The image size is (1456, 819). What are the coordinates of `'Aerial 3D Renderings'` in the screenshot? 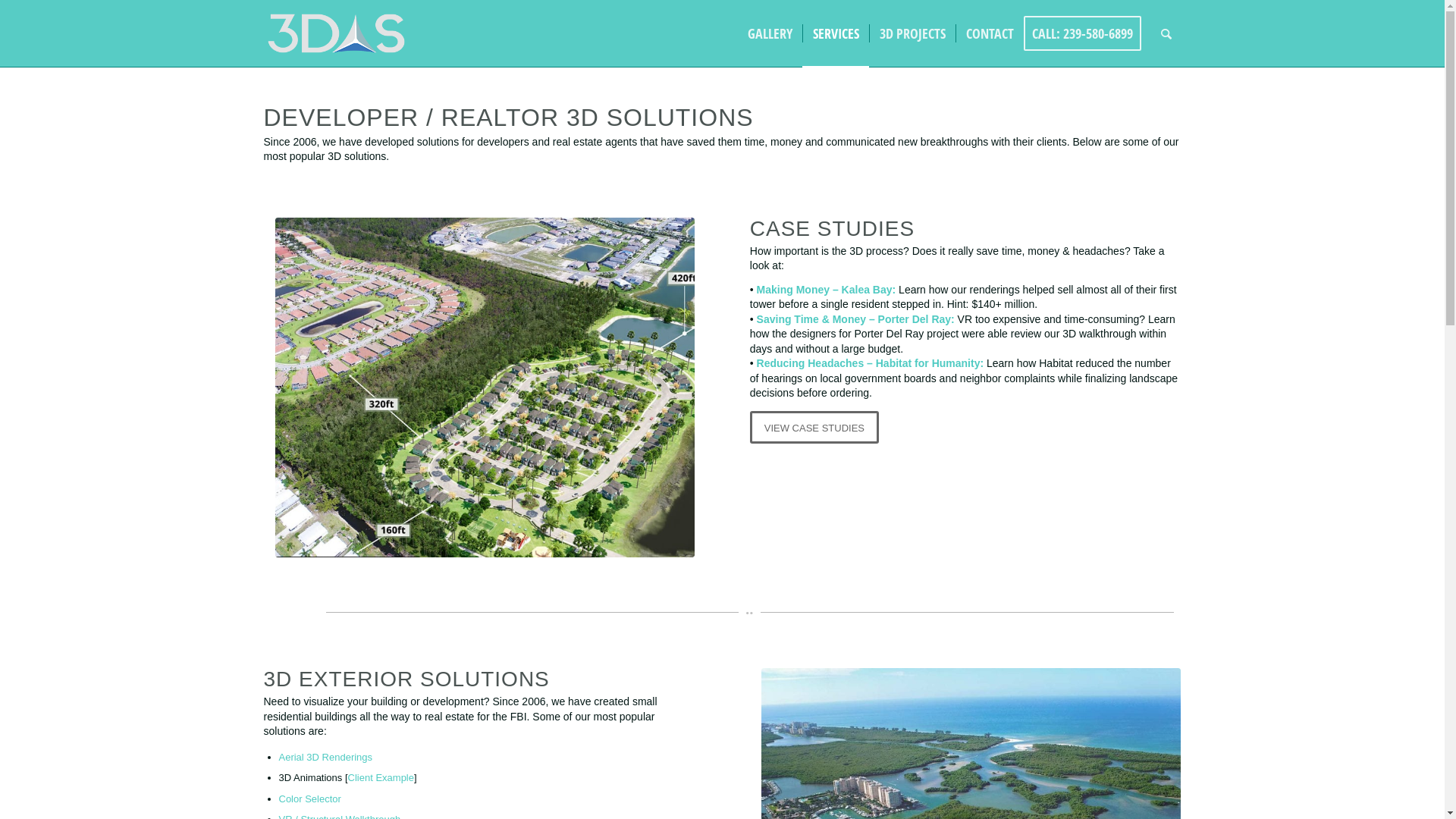 It's located at (325, 757).